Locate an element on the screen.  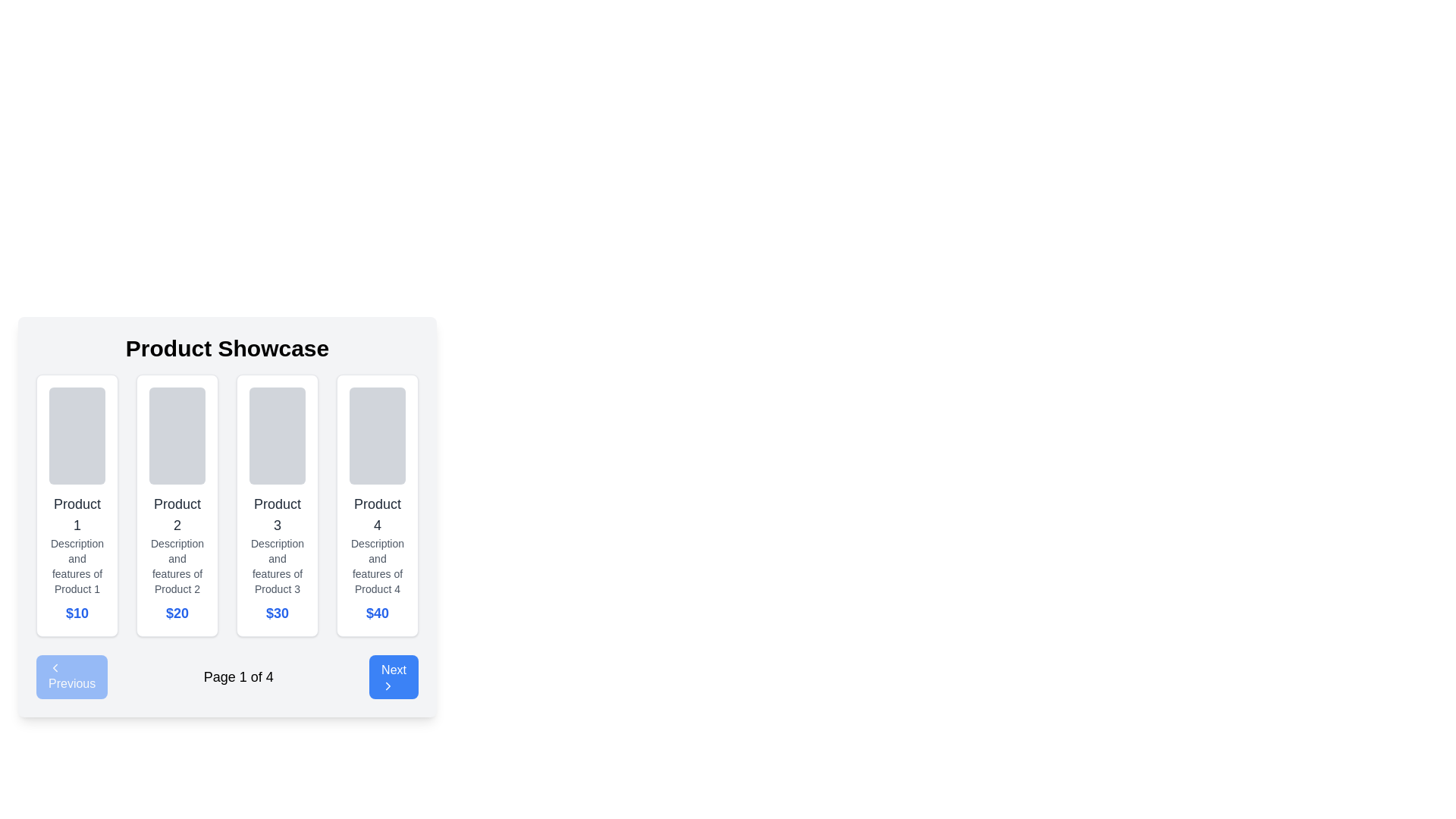
the image placeholder located at the top of the 'Product 4' section is located at coordinates (378, 435).